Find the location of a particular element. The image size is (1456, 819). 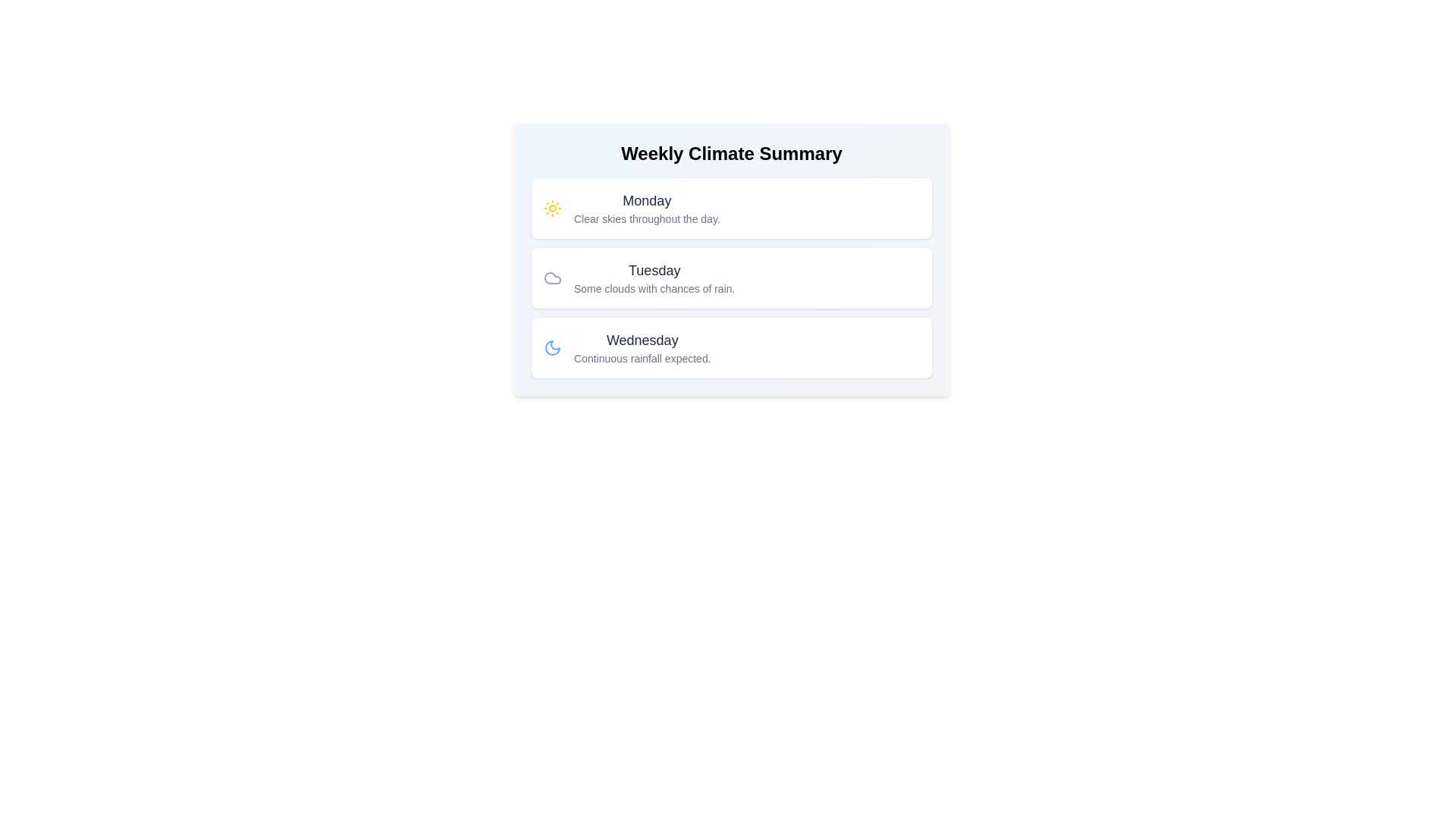

the weather condition icon for Tuesday is located at coordinates (552, 278).